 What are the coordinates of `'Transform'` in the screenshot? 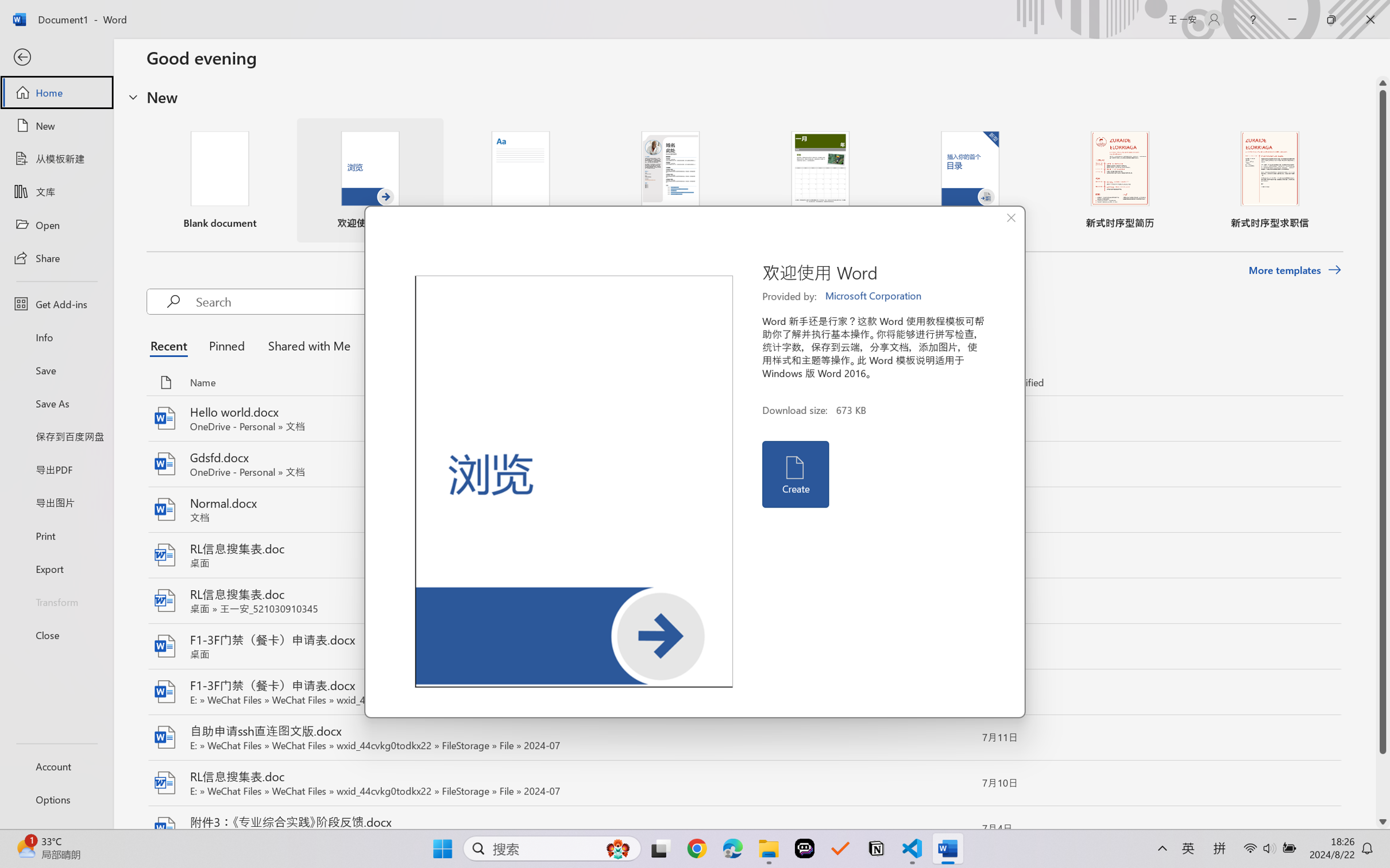 It's located at (56, 600).